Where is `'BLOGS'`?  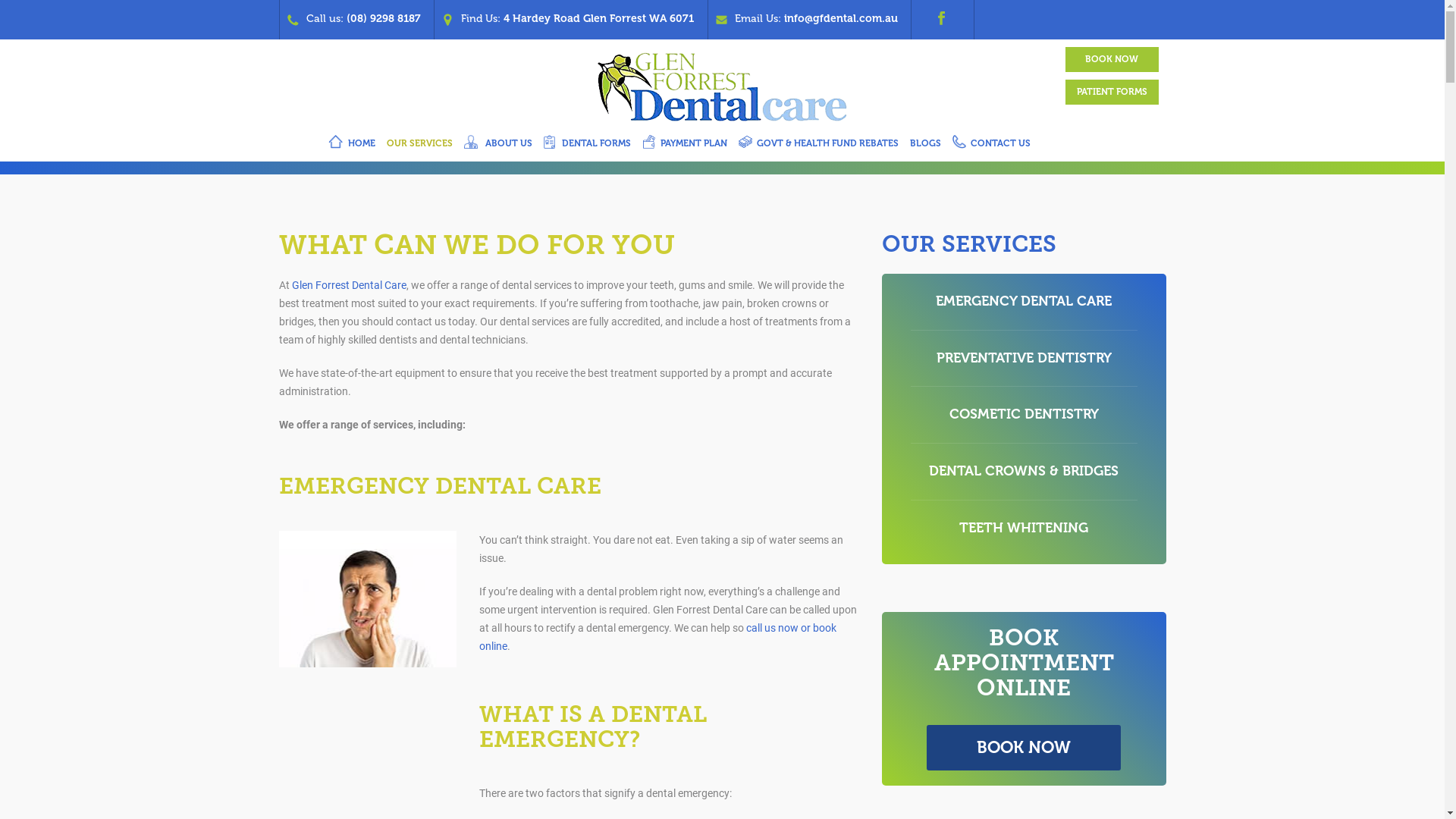
'BLOGS' is located at coordinates (924, 146).